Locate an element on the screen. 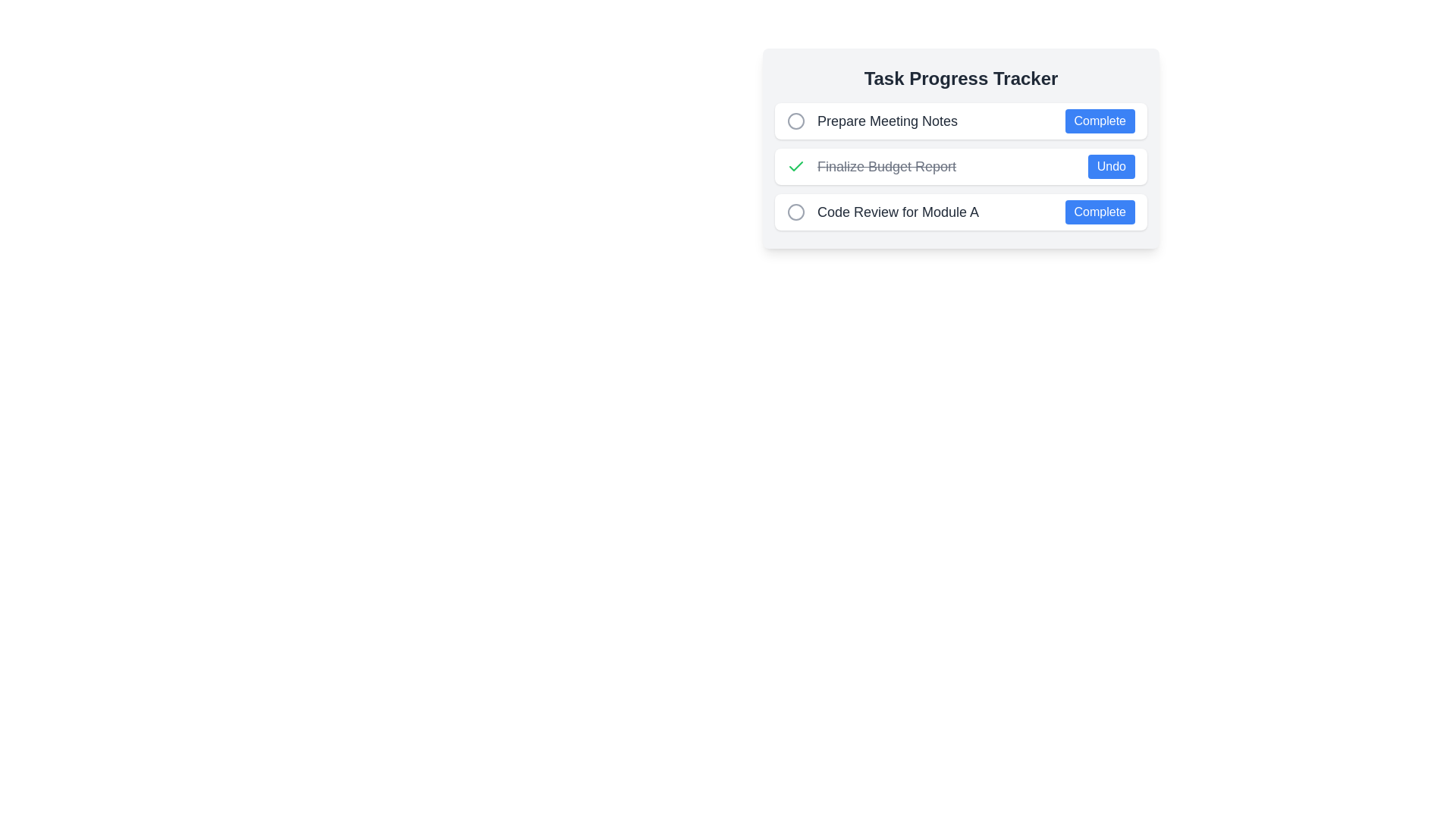  the button located at the far right of the 'Prepare Meeting Notes' row to mark the task as complete is located at coordinates (1100, 120).